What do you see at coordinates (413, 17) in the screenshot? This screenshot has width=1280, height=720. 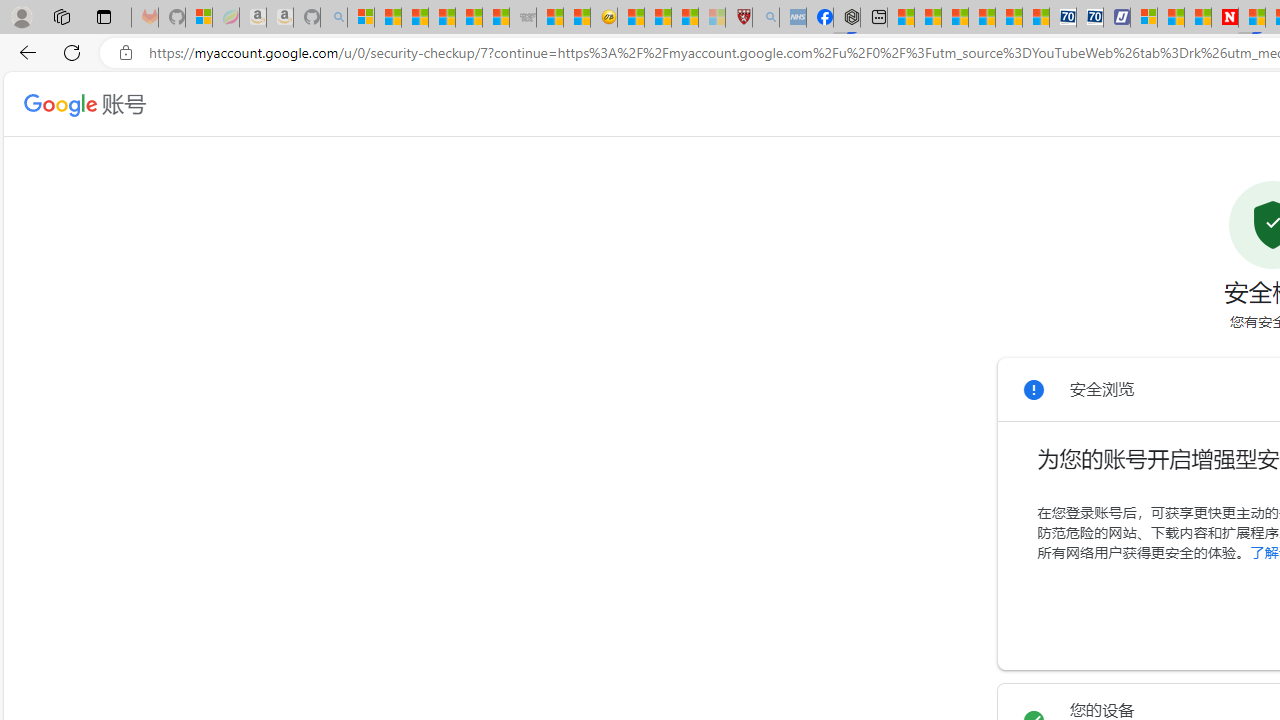 I see `'The Weather Channel - MSN'` at bounding box center [413, 17].